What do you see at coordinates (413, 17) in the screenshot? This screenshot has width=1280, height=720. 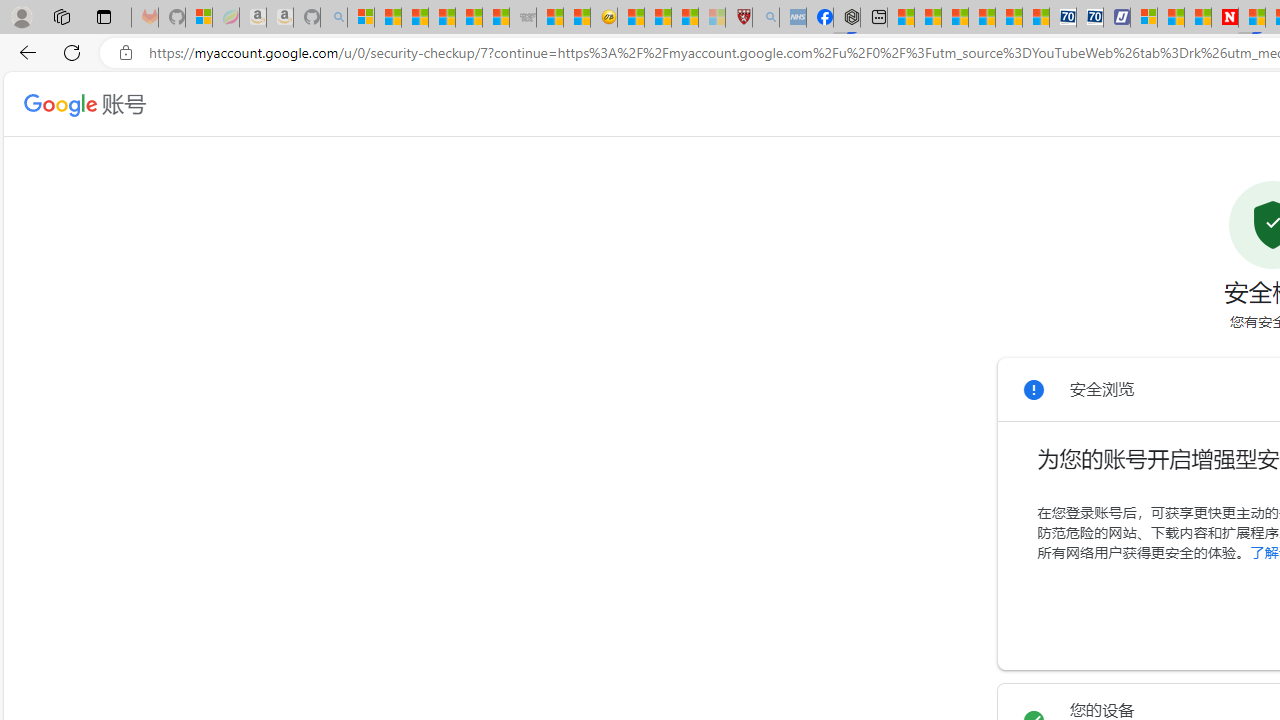 I see `'The Weather Channel - MSN'` at bounding box center [413, 17].